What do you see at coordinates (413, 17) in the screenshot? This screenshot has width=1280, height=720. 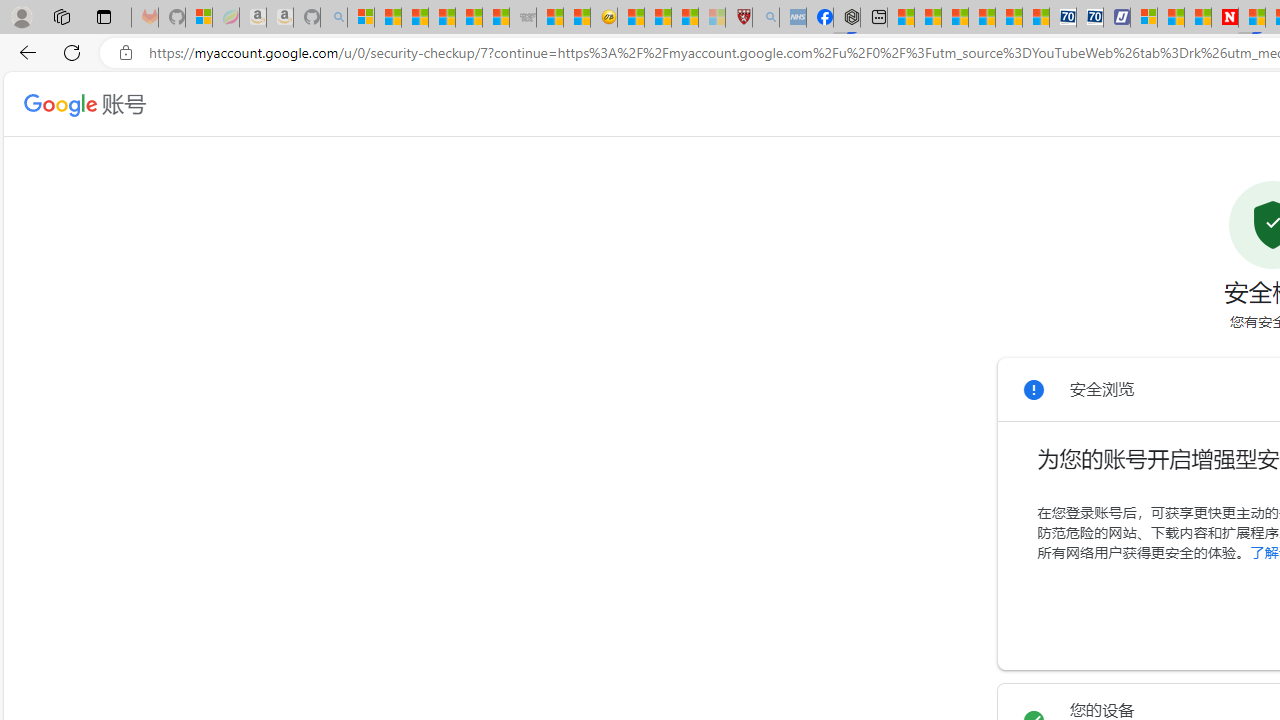 I see `'The Weather Channel - MSN'` at bounding box center [413, 17].